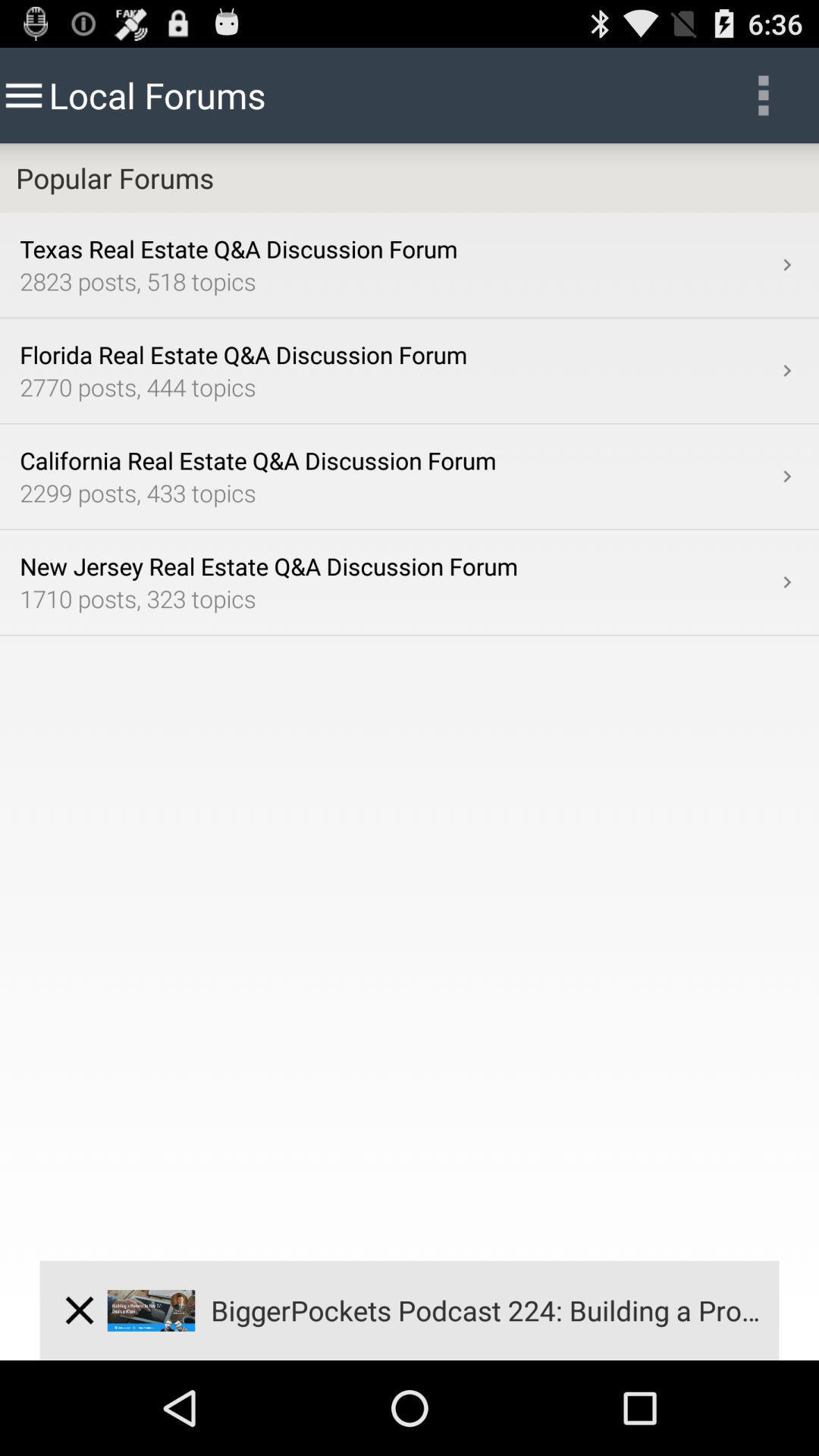 The height and width of the screenshot is (1456, 819). Describe the element at coordinates (397, 281) in the screenshot. I see `icon below the texas real estate app` at that location.